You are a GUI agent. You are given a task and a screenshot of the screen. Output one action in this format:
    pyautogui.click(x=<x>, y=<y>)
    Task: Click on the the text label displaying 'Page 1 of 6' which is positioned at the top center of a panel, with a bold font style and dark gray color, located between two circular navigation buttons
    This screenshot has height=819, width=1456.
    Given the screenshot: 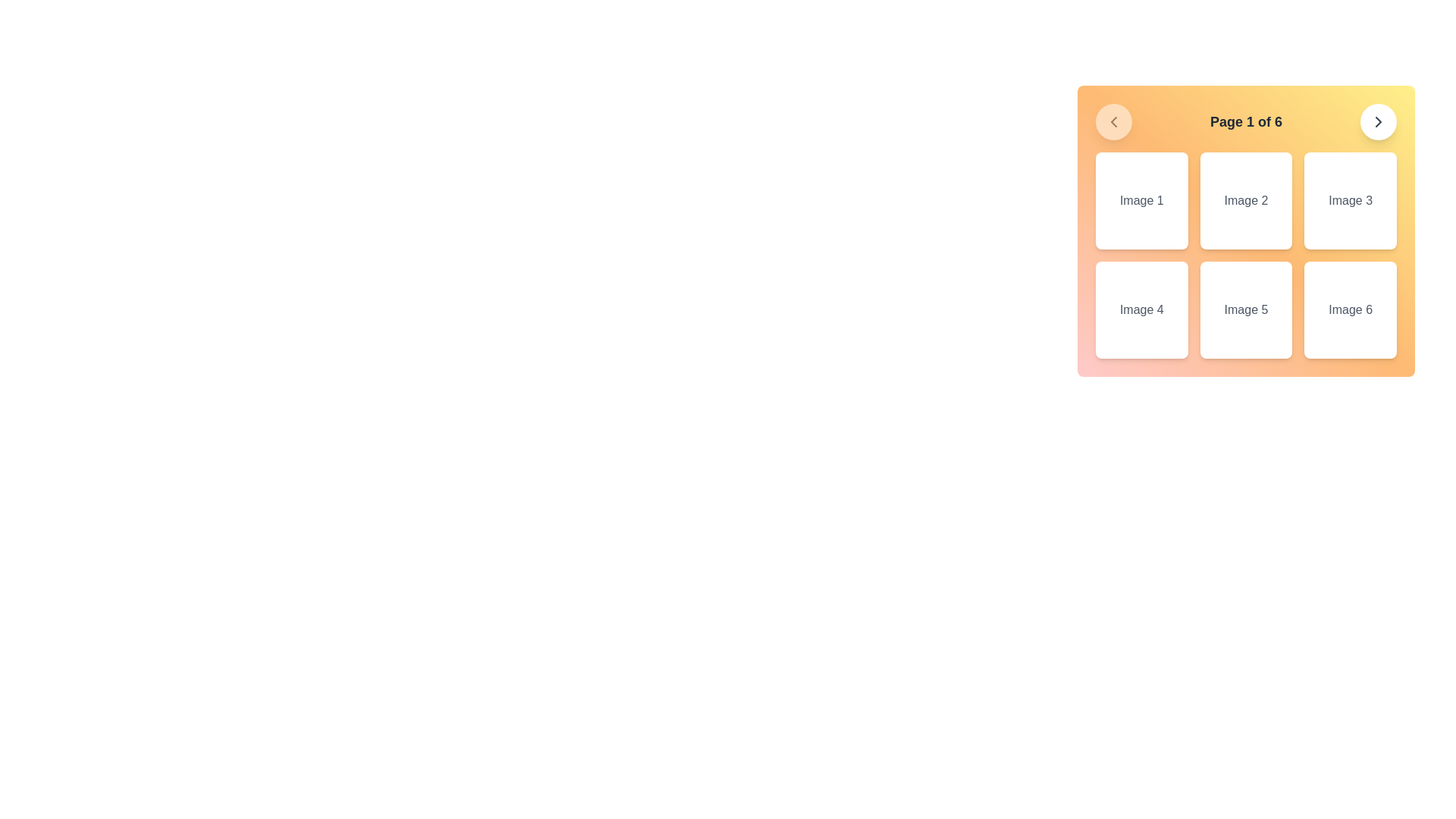 What is the action you would take?
    pyautogui.click(x=1246, y=121)
    